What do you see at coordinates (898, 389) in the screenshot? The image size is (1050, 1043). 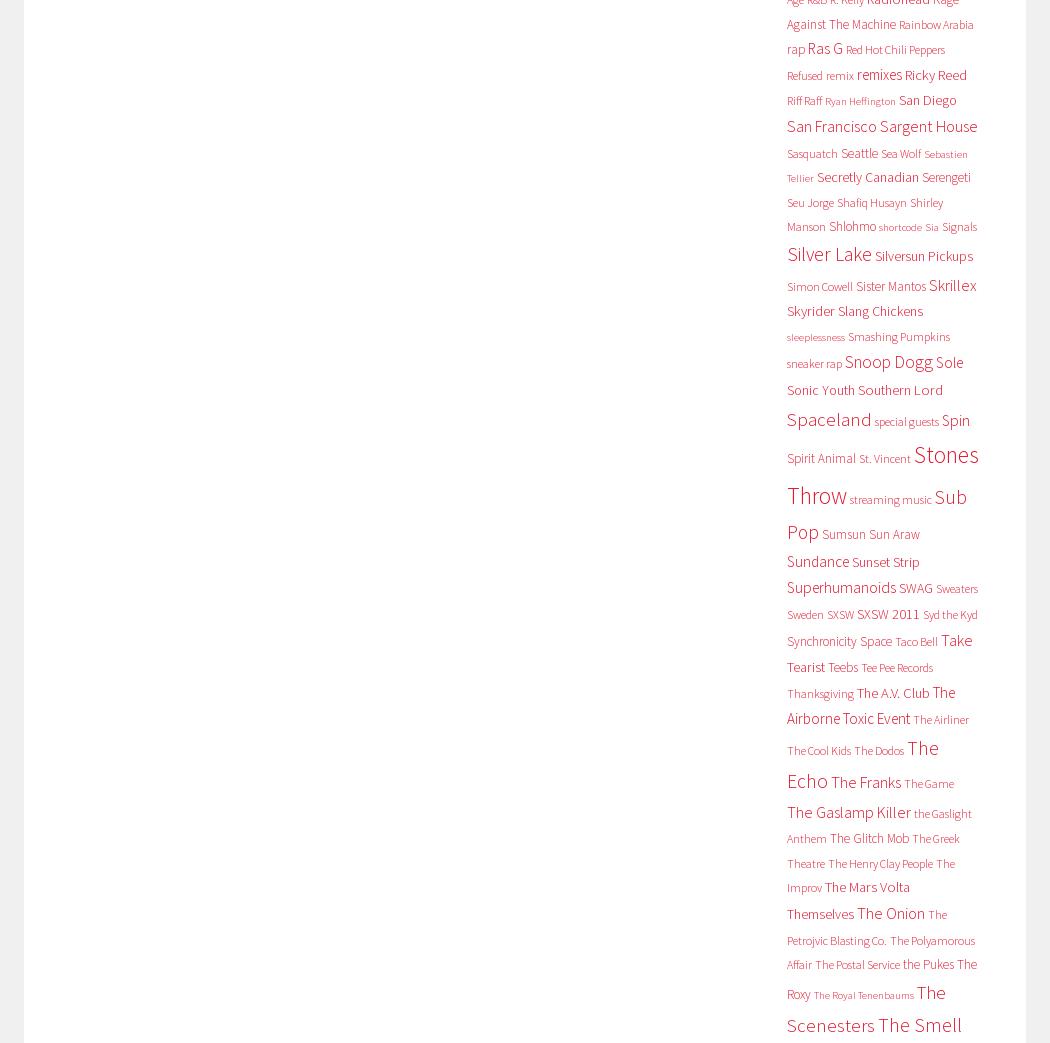 I see `'Southern Lord'` at bounding box center [898, 389].